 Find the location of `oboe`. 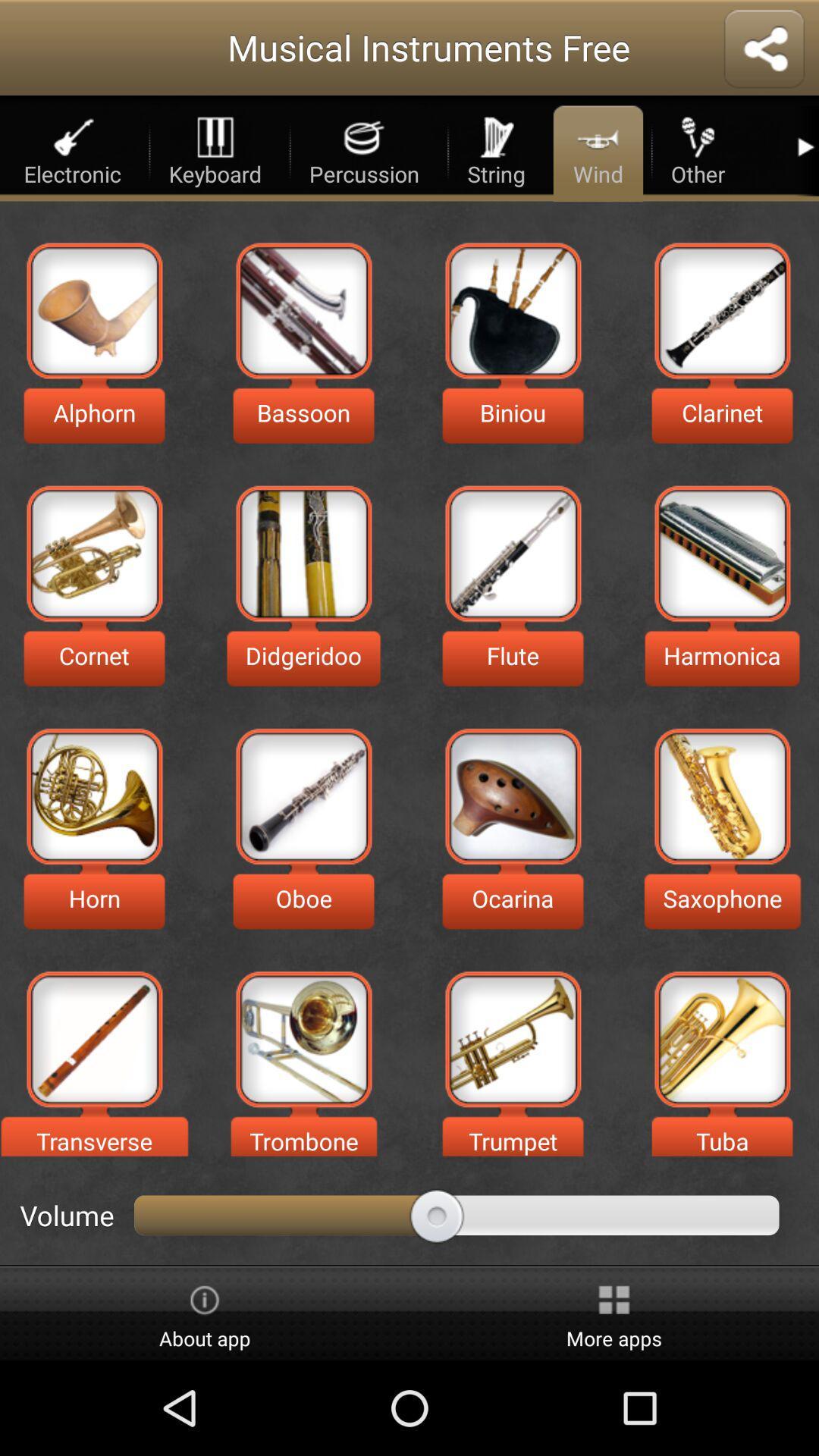

oboe is located at coordinates (303, 795).